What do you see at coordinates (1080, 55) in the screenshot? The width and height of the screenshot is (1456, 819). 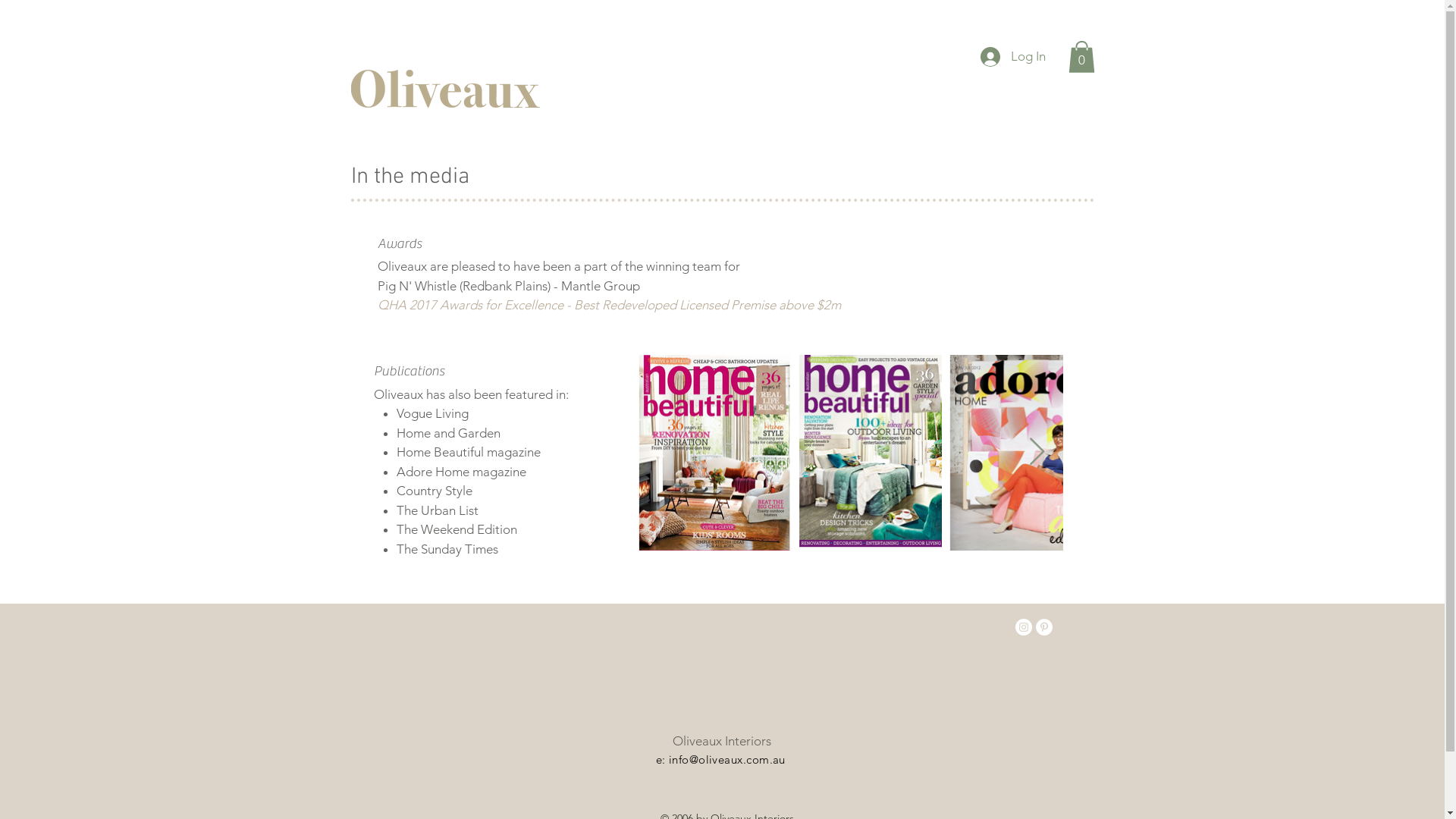 I see `'0'` at bounding box center [1080, 55].